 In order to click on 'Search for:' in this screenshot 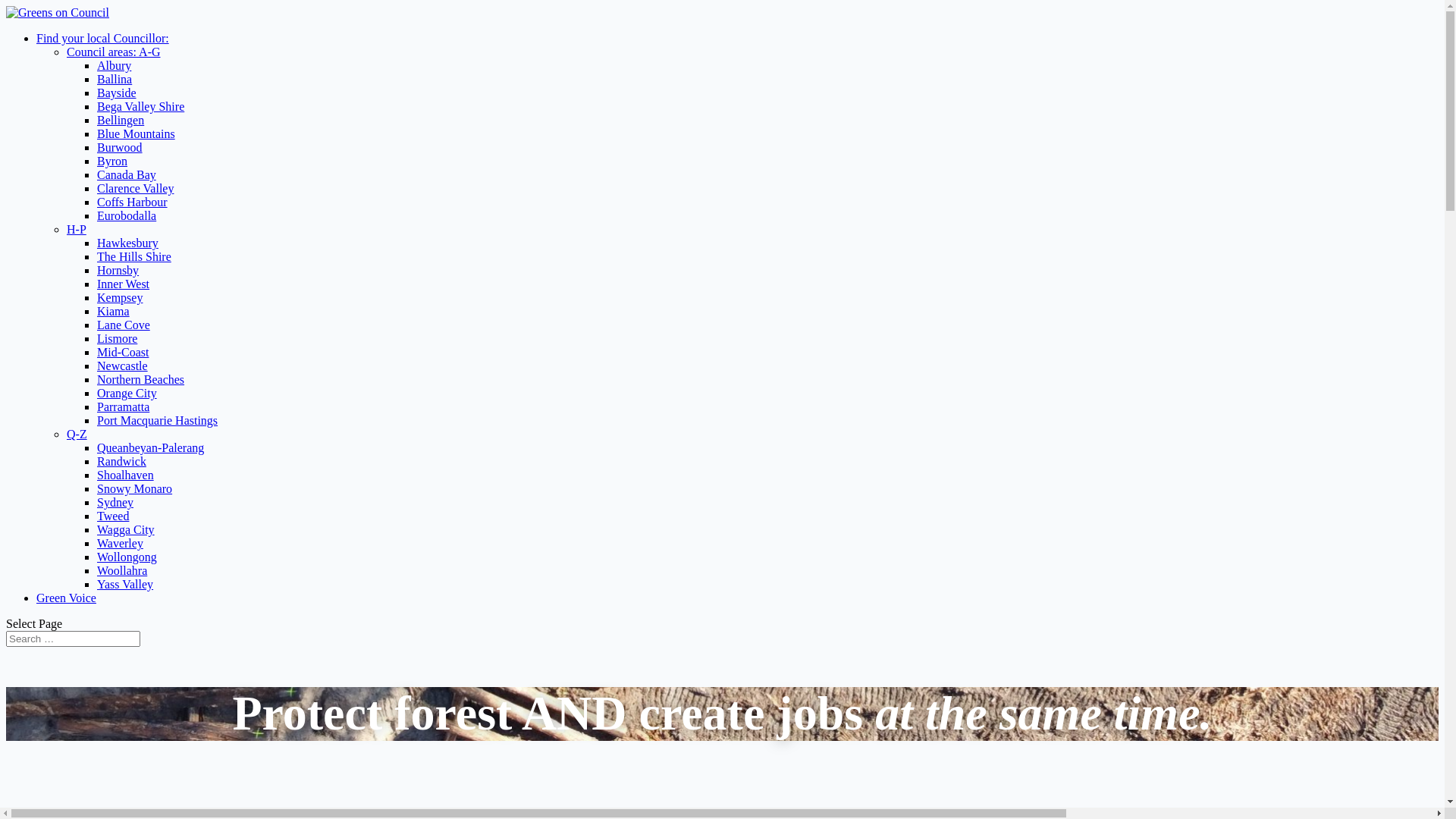, I will do `click(72, 639)`.